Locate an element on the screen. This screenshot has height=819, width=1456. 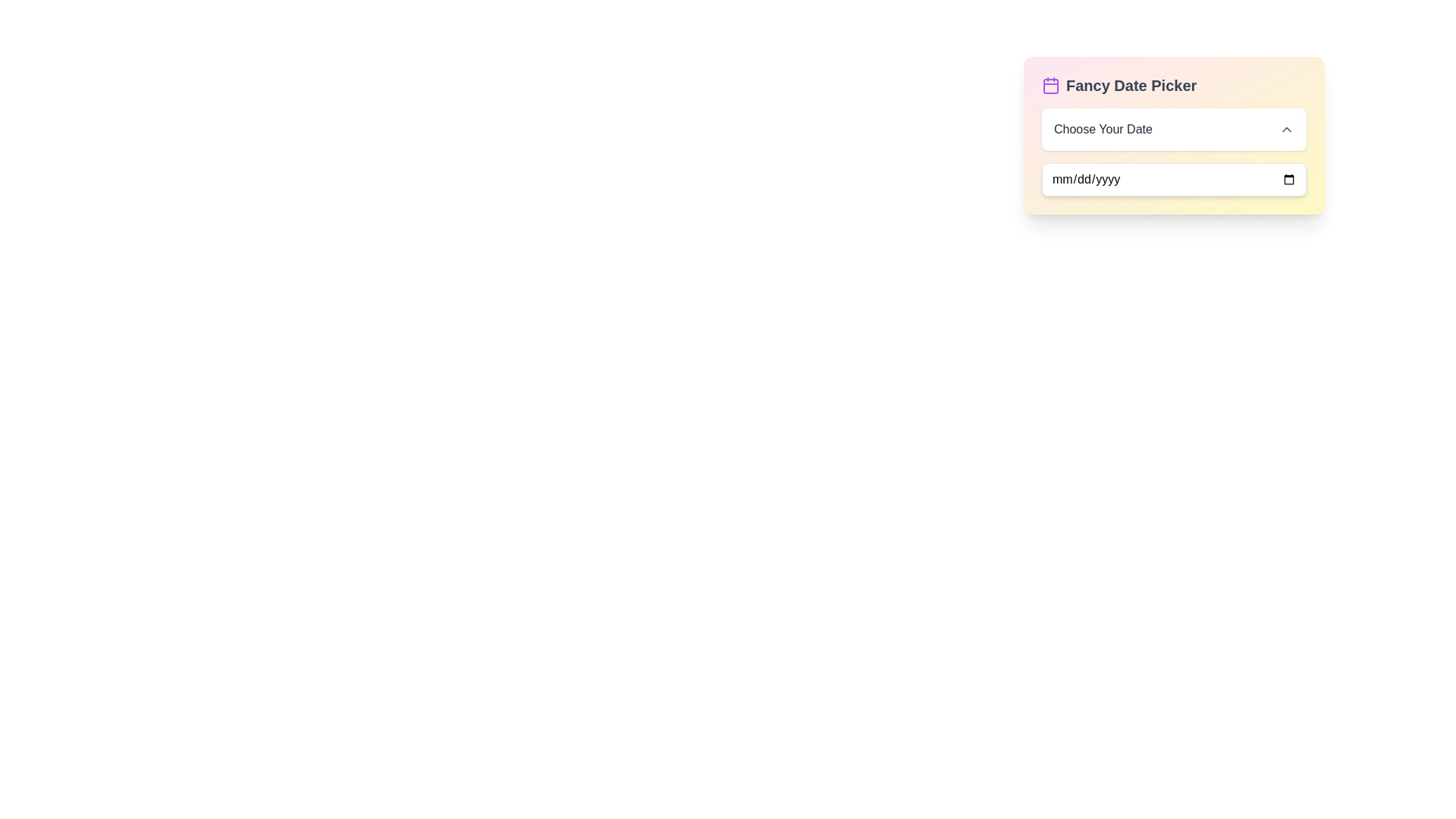
the icon located at the far-right of the 'Choose Your Date' section within the 'Fancy Date Picker' is located at coordinates (1286, 128).